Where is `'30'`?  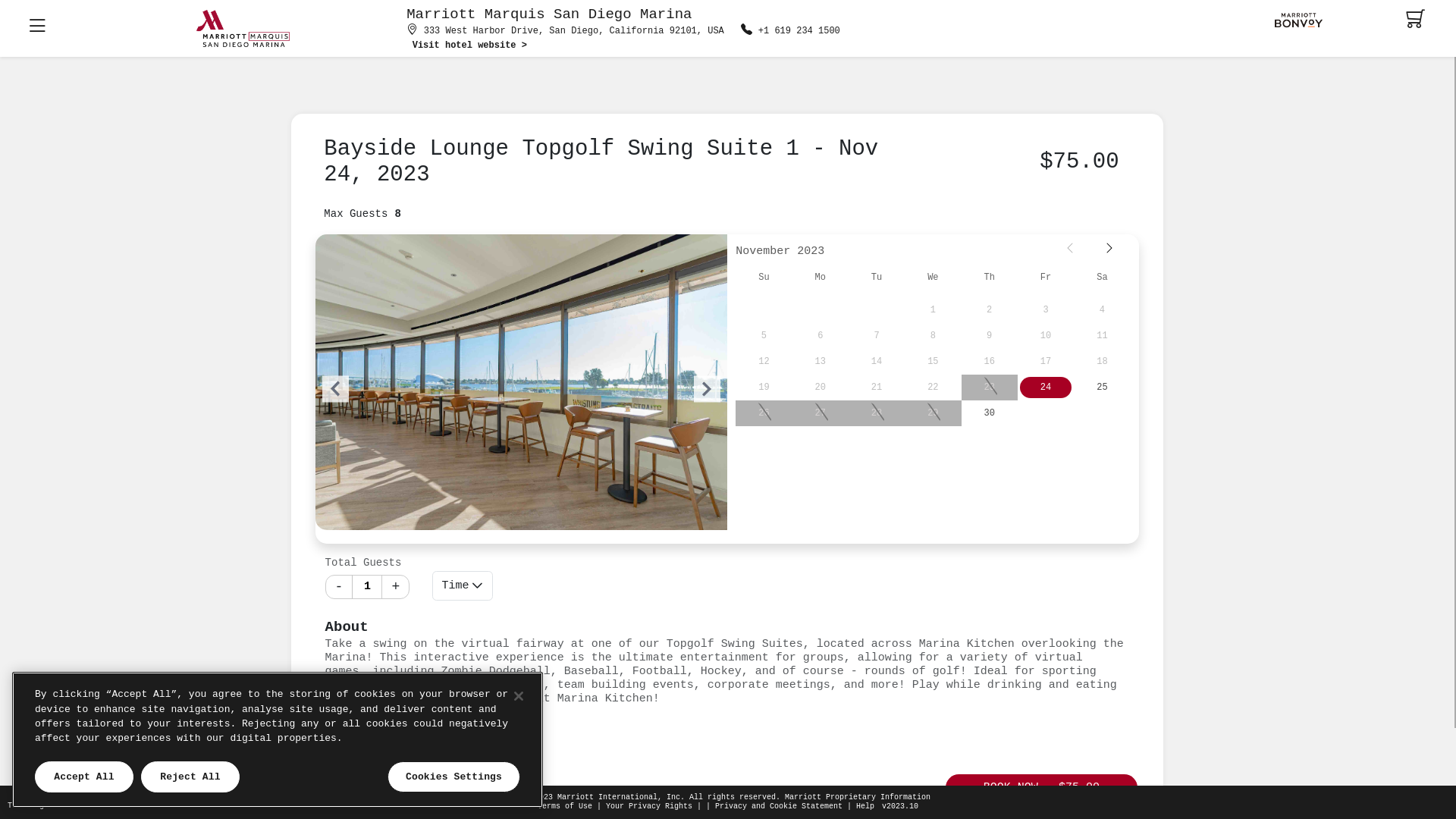
'30' is located at coordinates (990, 413).